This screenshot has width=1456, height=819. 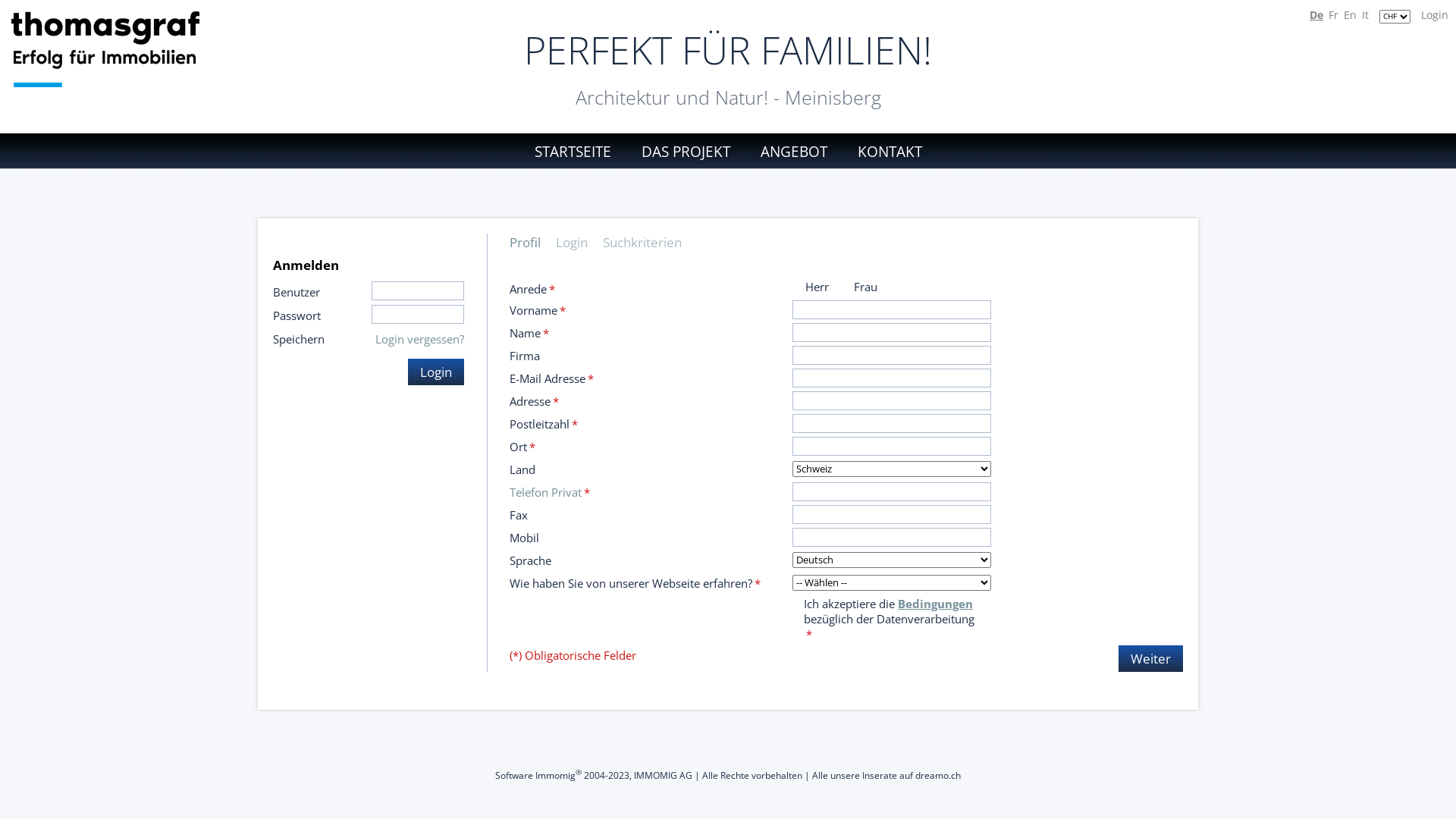 What do you see at coordinates (792, 151) in the screenshot?
I see `'ANGEBOT'` at bounding box center [792, 151].